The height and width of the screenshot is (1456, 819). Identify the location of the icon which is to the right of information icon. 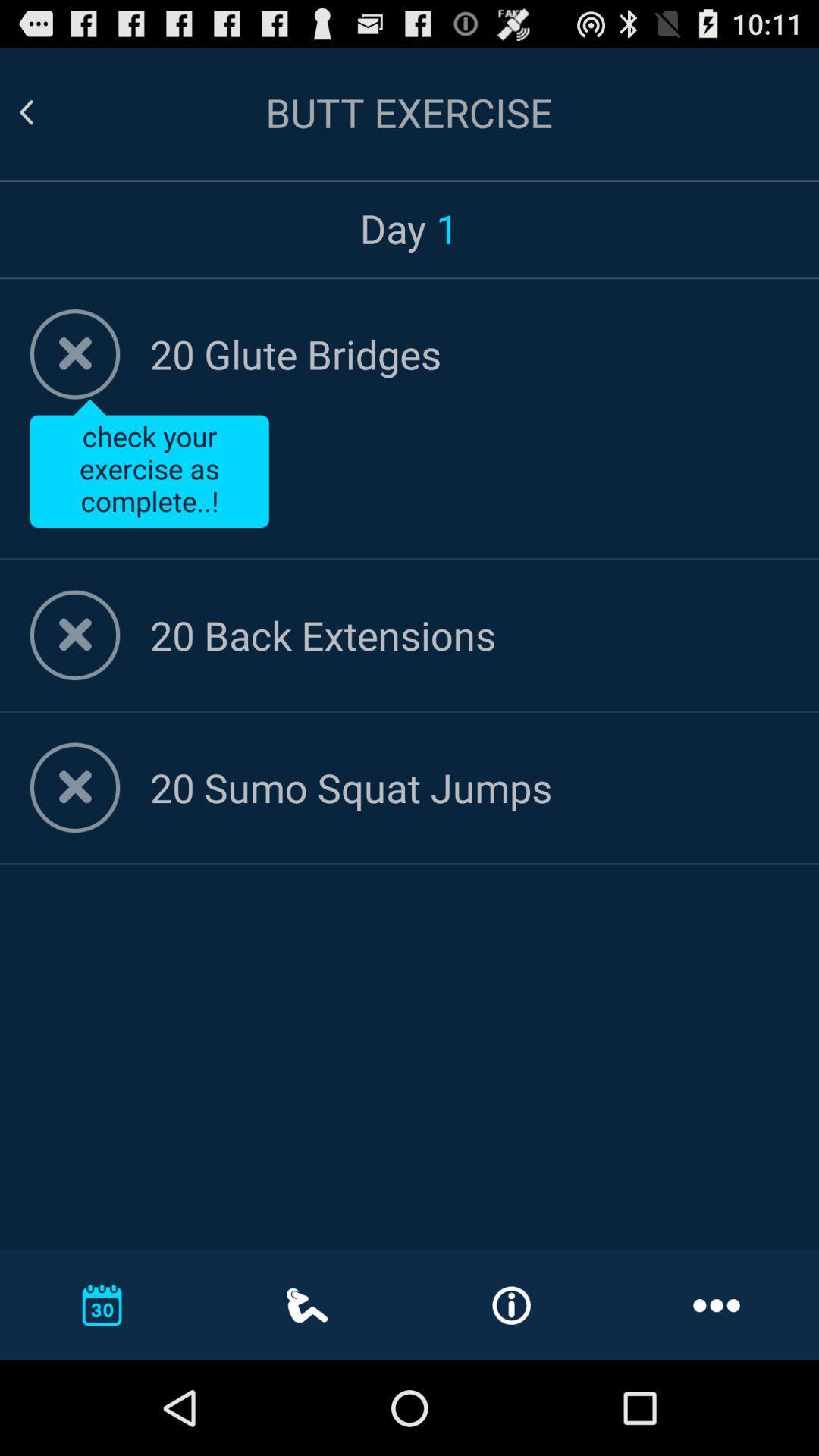
(717, 1304).